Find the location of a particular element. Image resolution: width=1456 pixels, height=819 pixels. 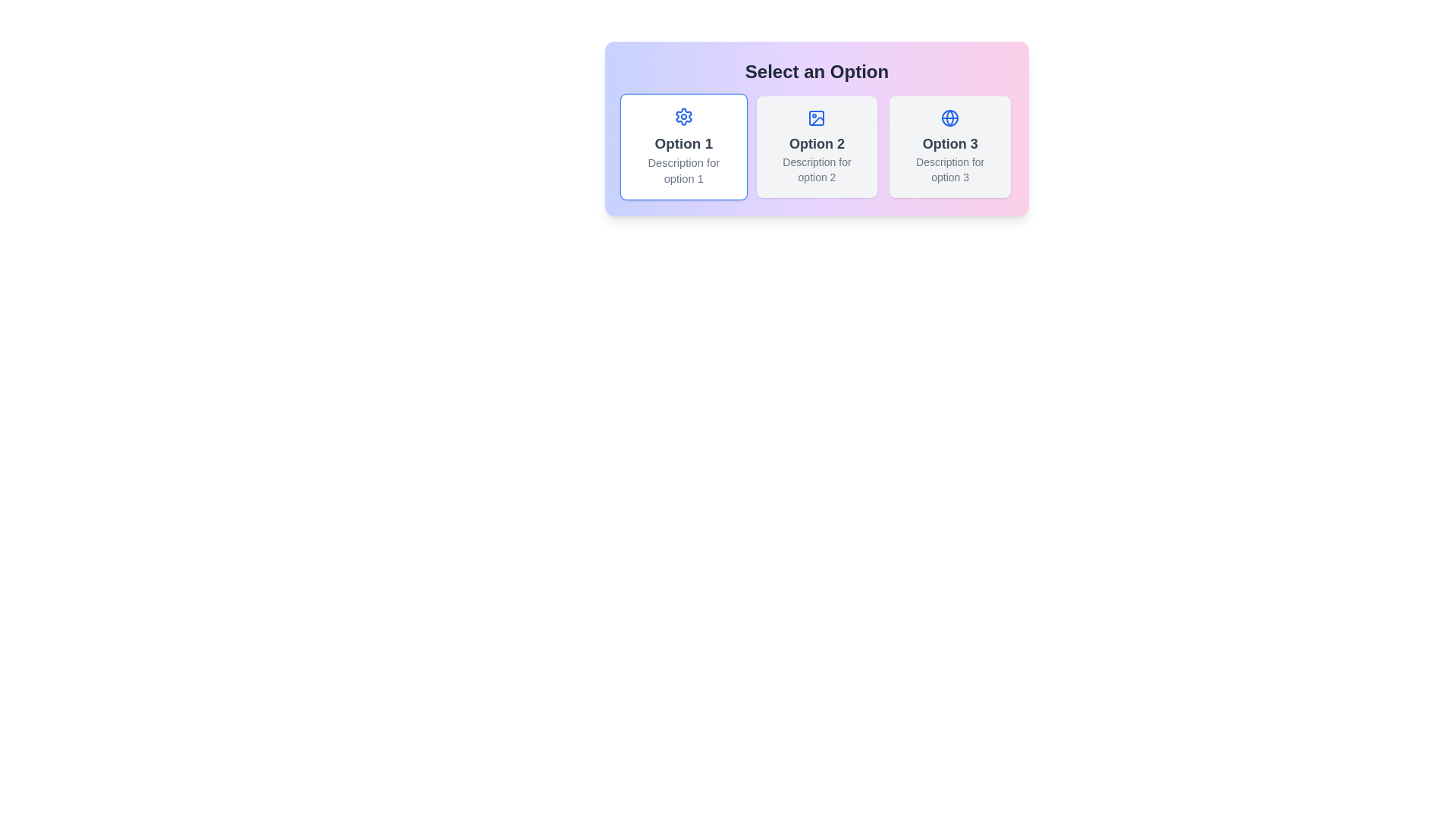

the gear-shaped icon with a blue stroke located above the label 'Option 1.' in the first option card of the selection interface to interact with the option card is located at coordinates (682, 116).